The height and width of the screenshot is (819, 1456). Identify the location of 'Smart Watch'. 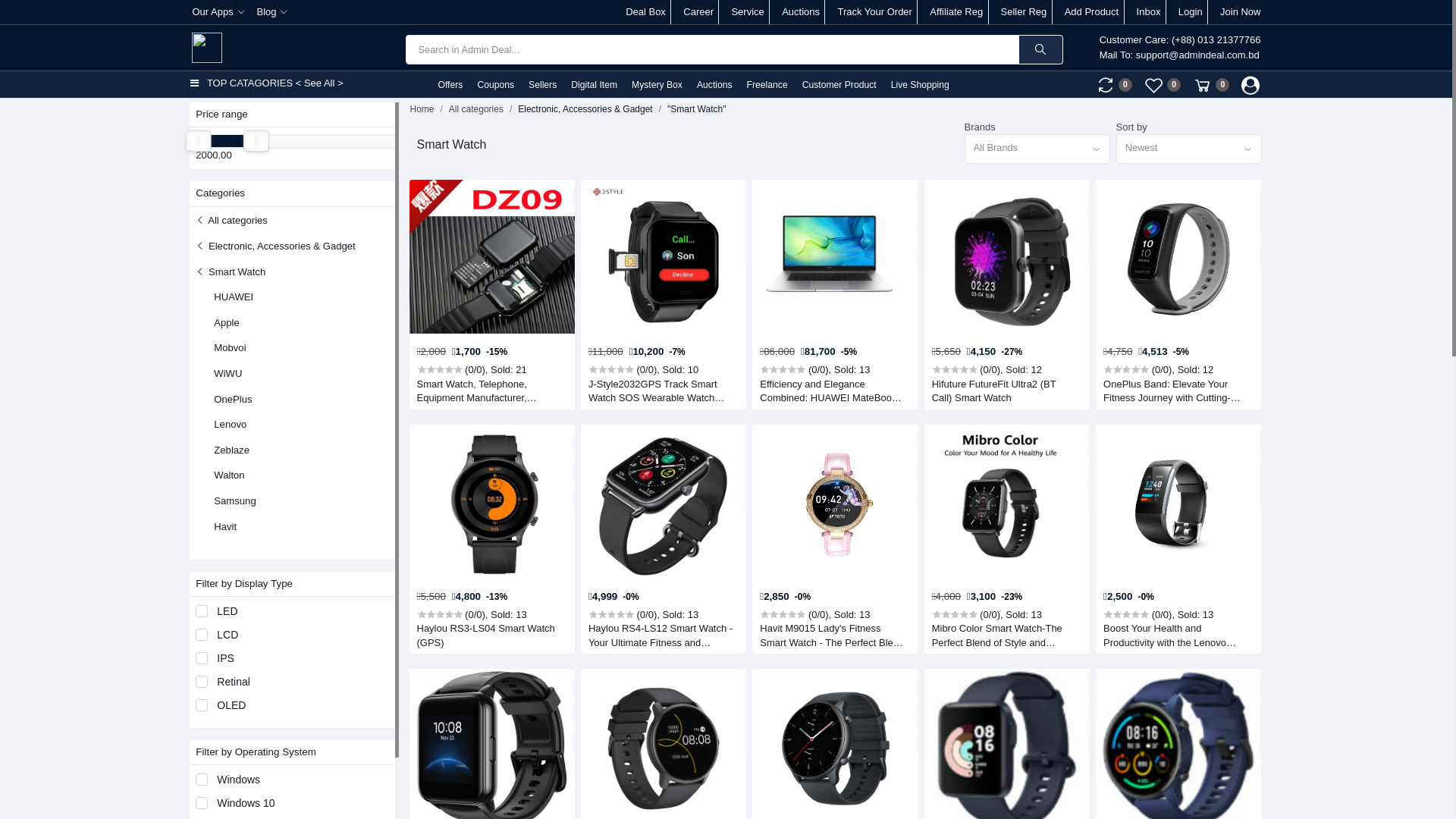
(229, 271).